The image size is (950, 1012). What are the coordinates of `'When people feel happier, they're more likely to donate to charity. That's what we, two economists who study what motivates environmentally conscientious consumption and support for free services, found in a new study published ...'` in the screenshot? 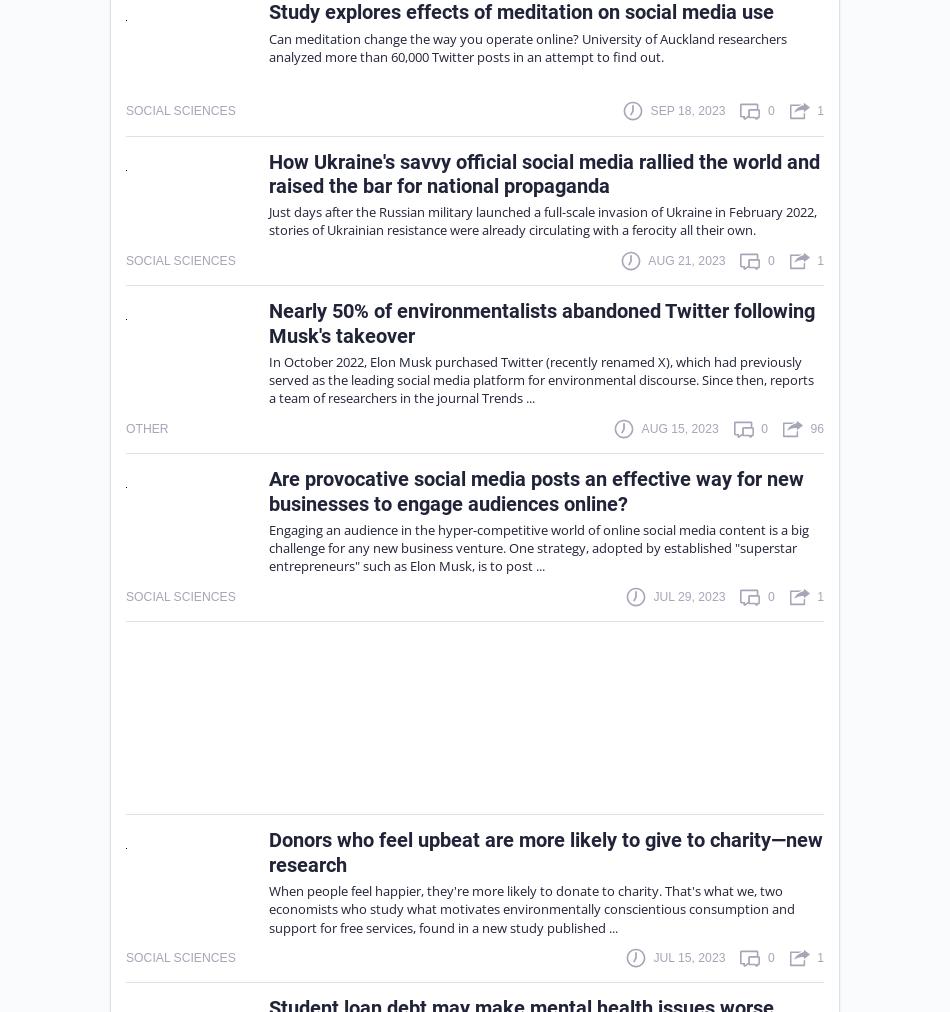 It's located at (532, 908).